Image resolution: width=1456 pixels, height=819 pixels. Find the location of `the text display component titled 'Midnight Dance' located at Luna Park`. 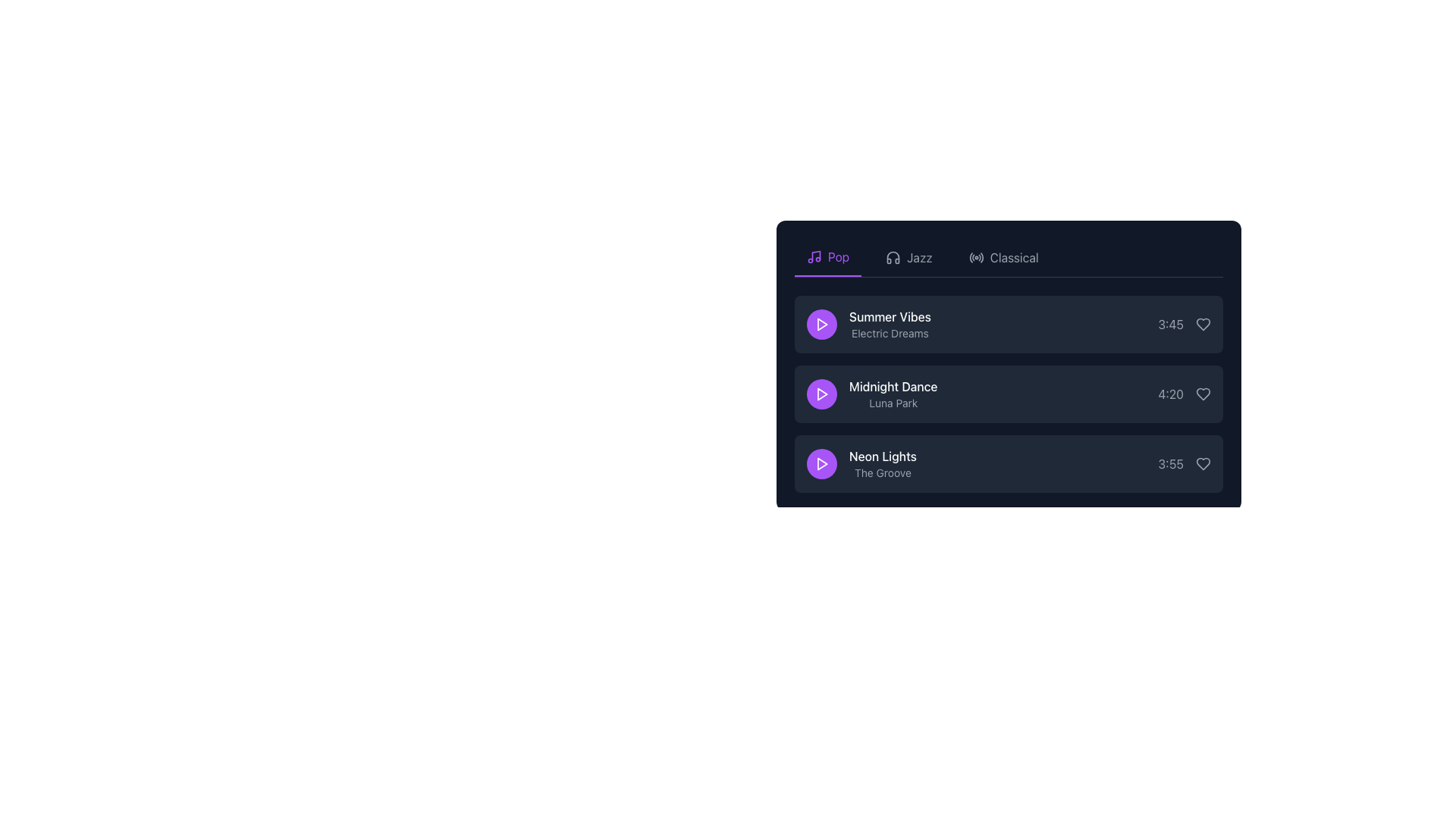

the text display component titled 'Midnight Dance' located at Luna Park is located at coordinates (872, 394).